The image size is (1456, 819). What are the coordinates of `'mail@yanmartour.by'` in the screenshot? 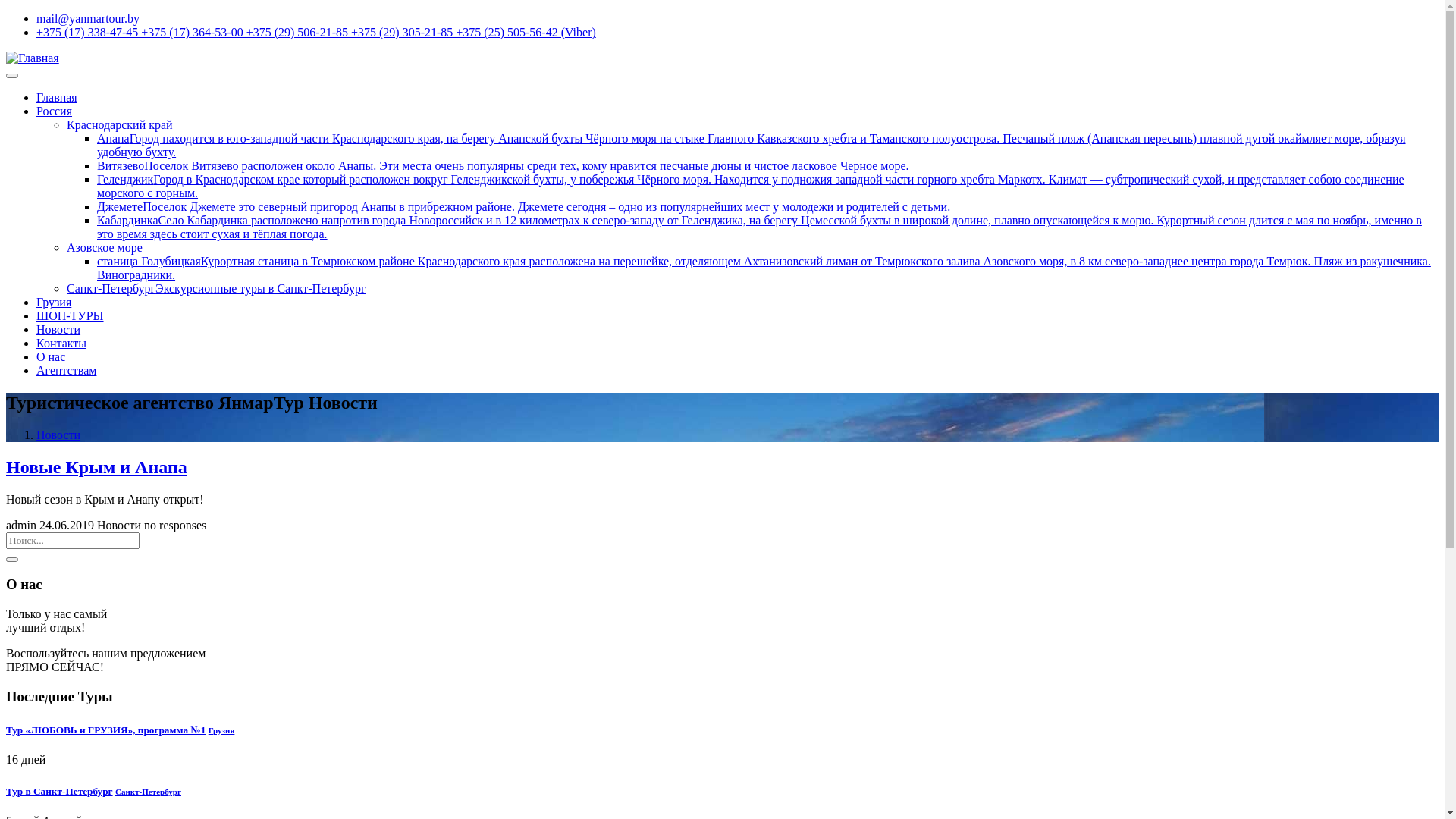 It's located at (86, 18).